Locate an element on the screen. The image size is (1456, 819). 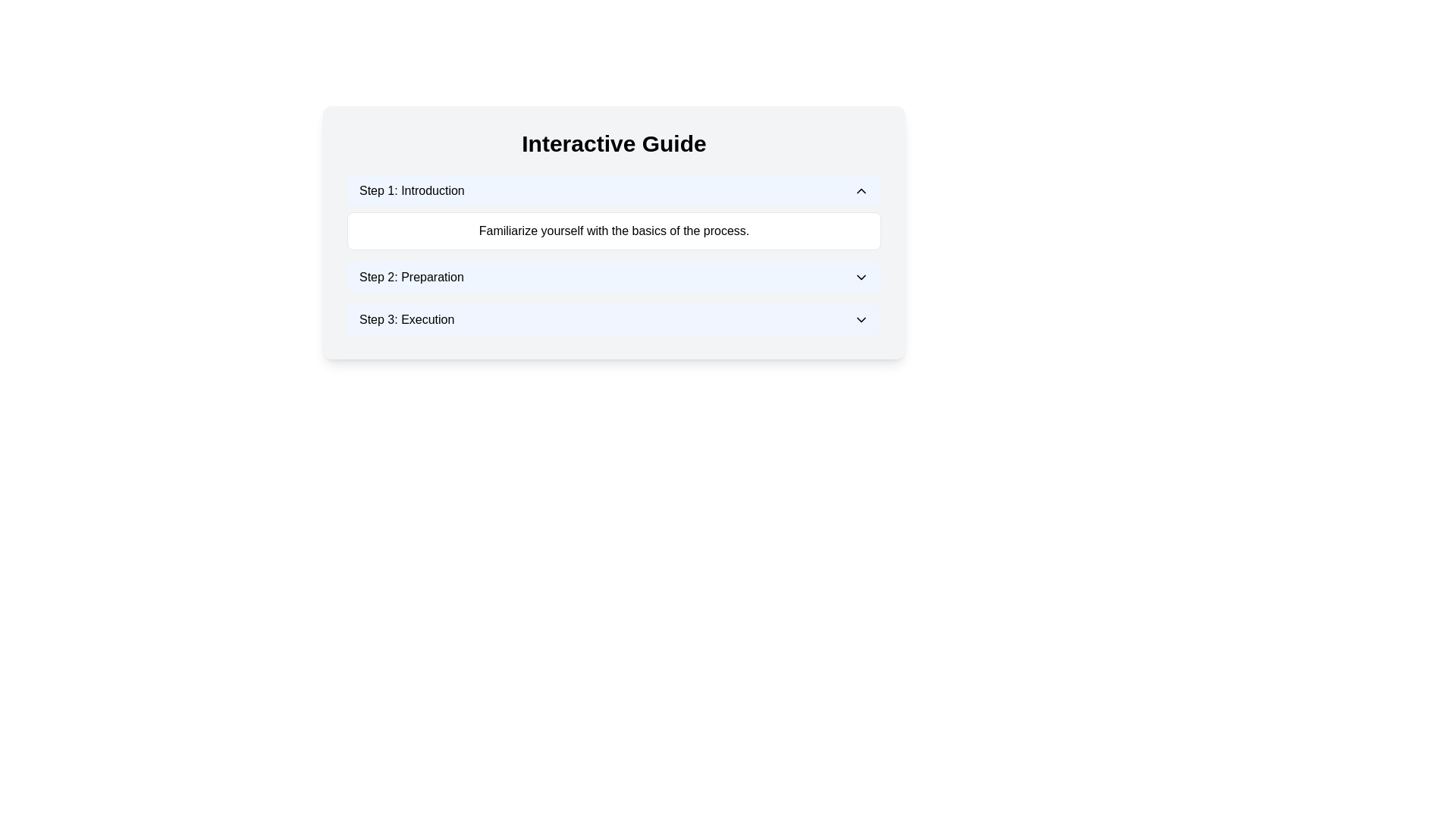
the Dropdown Toggle Button located below 'Step 1: Introduction' and above 'Step 3: Execution' in the Interactive Guide is located at coordinates (614, 278).